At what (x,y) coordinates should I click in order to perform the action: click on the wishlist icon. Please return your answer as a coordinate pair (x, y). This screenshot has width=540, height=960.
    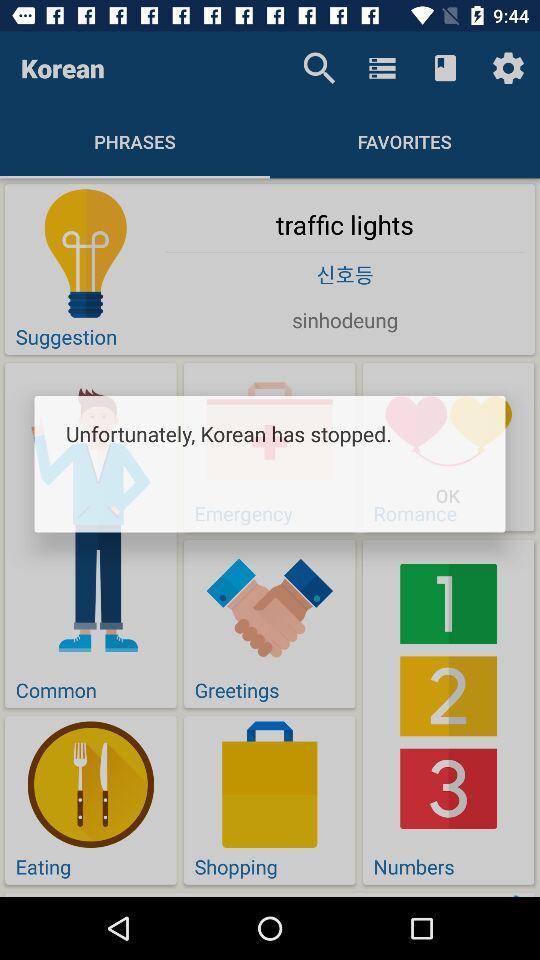
    Looking at the image, I should click on (445, 68).